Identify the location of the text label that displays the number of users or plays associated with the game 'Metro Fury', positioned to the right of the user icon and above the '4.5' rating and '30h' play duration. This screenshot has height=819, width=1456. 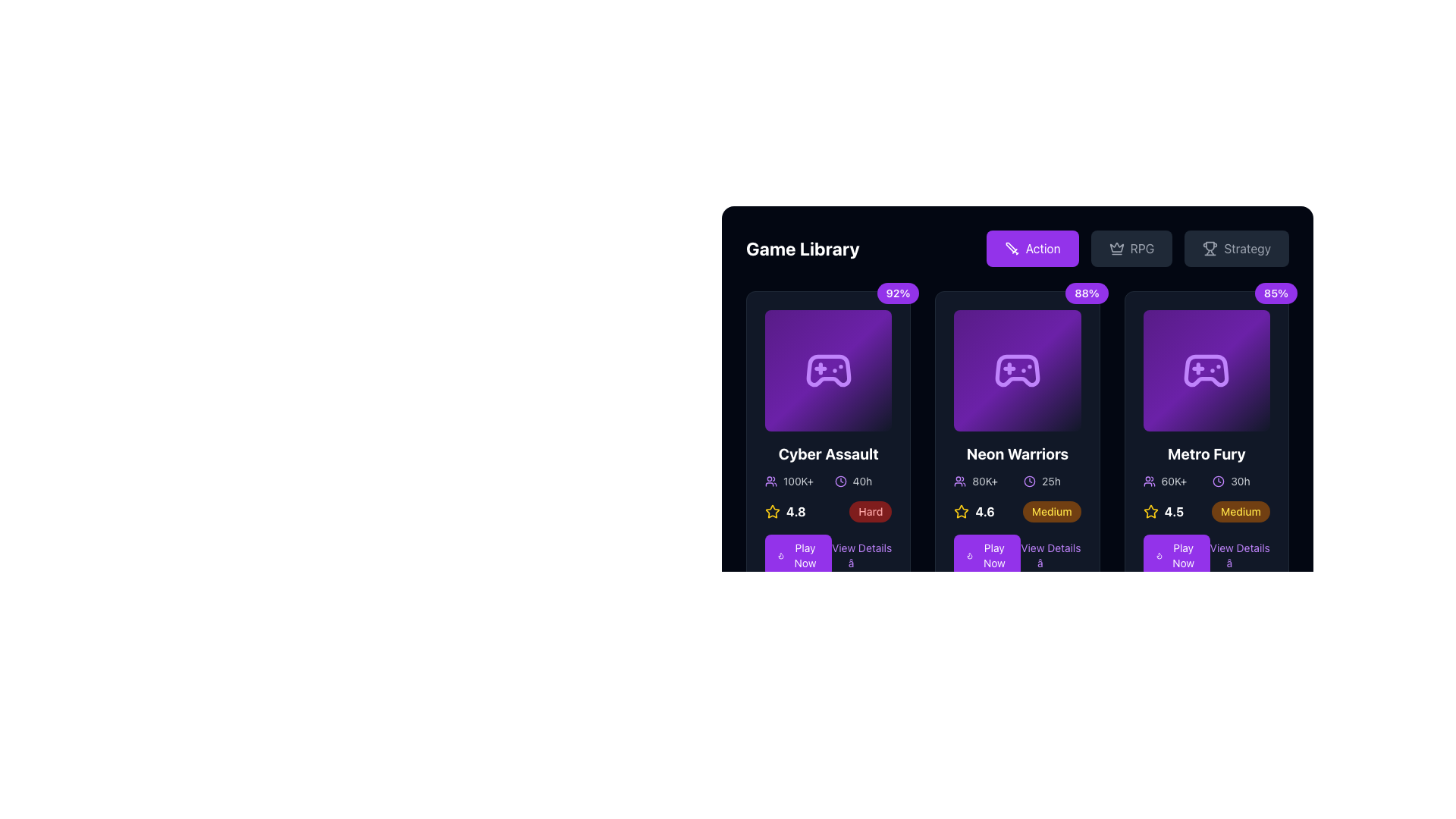
(1173, 482).